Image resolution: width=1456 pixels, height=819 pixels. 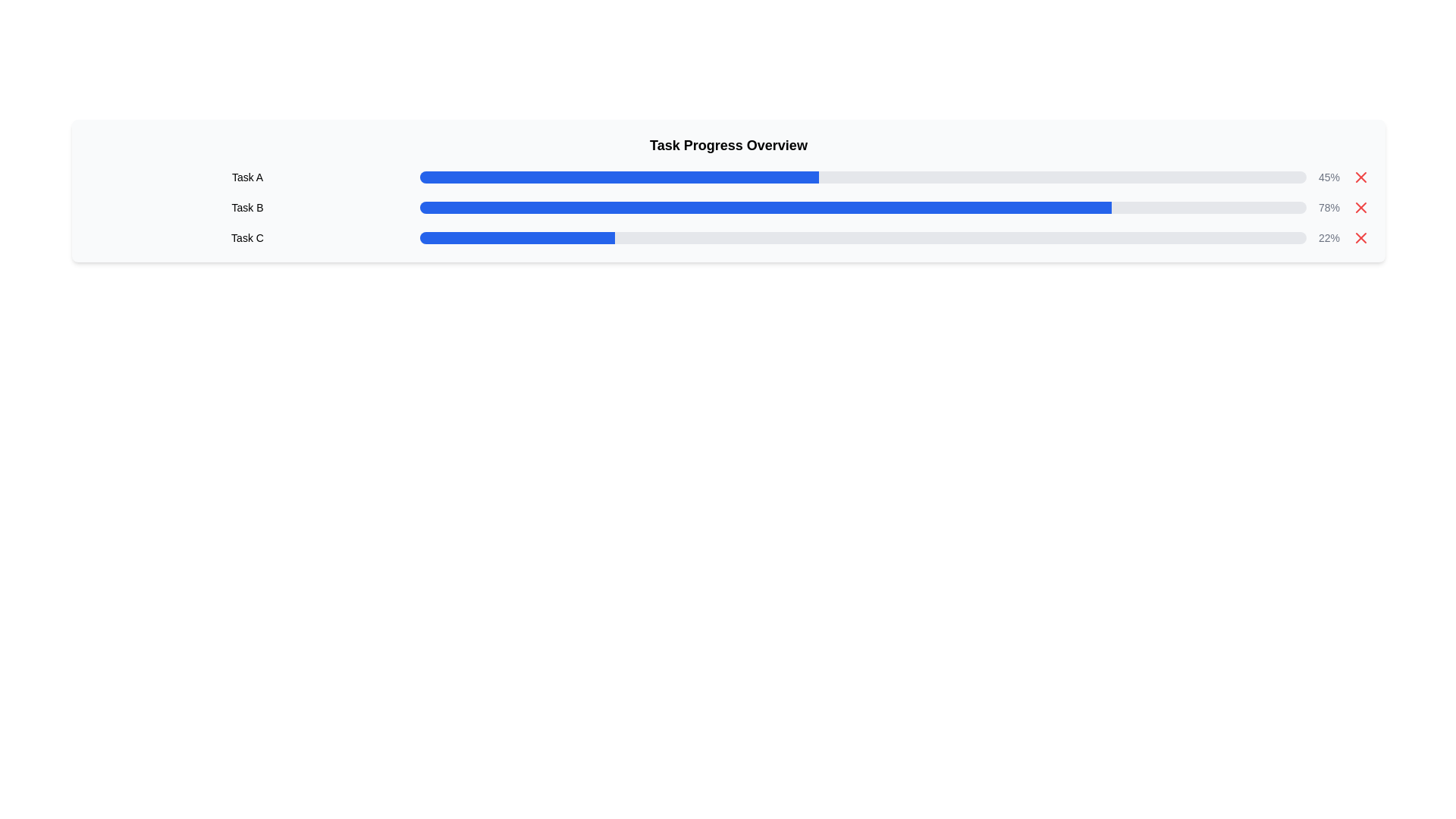 What do you see at coordinates (863, 177) in the screenshot?
I see `the horizontal progress bar located centrally within the row labeled 'Task A', which is styled with rounded corners and shows a blue filled portion representing progress` at bounding box center [863, 177].